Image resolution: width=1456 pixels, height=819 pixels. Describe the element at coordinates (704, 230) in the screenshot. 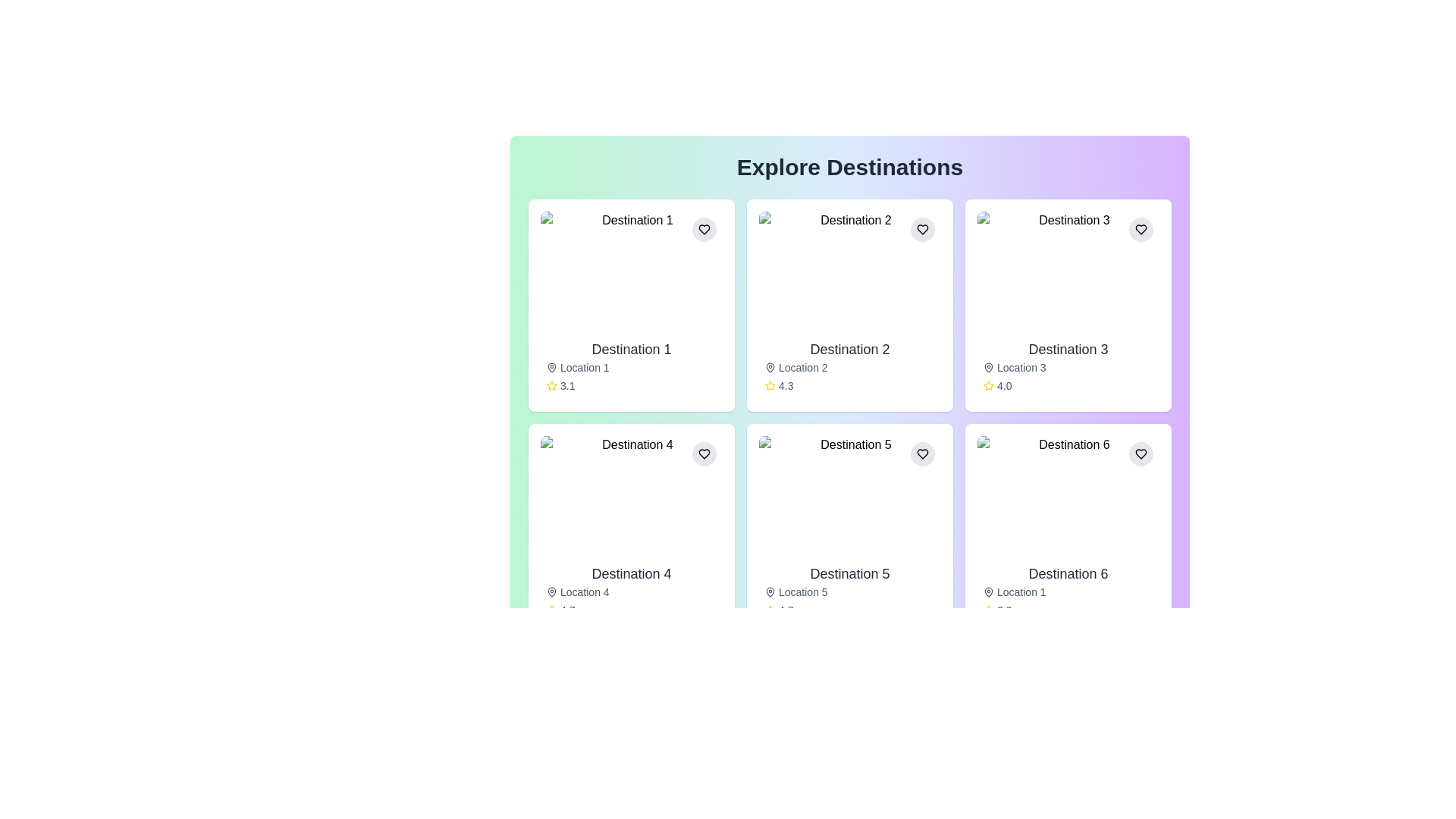

I see `the heart-shaped glyph icon in the first card labeled 'Destination 1', located near the top-right corner of the card` at that location.